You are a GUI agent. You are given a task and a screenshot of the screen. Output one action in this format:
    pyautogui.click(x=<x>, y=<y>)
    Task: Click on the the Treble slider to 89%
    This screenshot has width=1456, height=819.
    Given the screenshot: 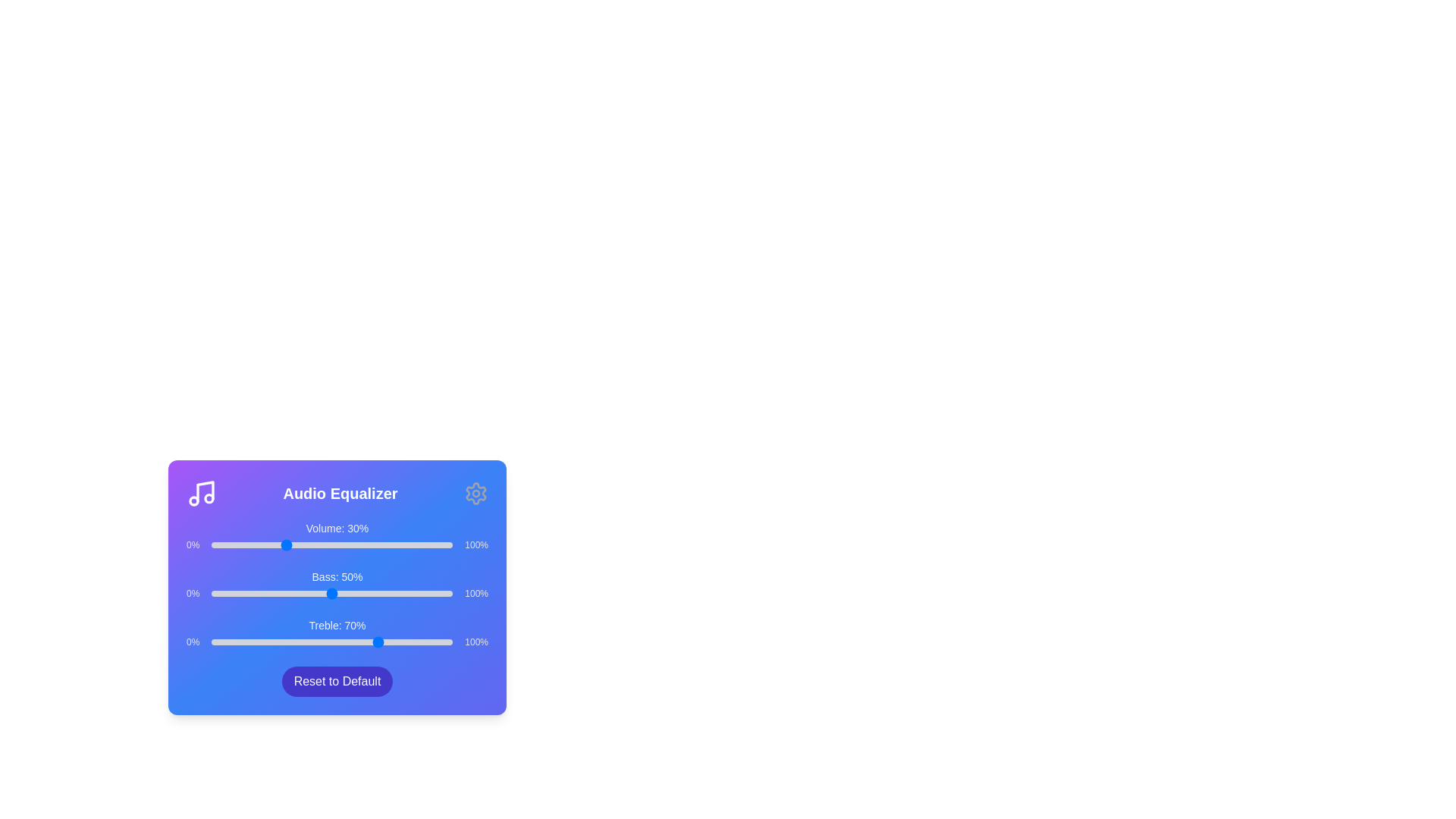 What is the action you would take?
    pyautogui.click(x=425, y=642)
    